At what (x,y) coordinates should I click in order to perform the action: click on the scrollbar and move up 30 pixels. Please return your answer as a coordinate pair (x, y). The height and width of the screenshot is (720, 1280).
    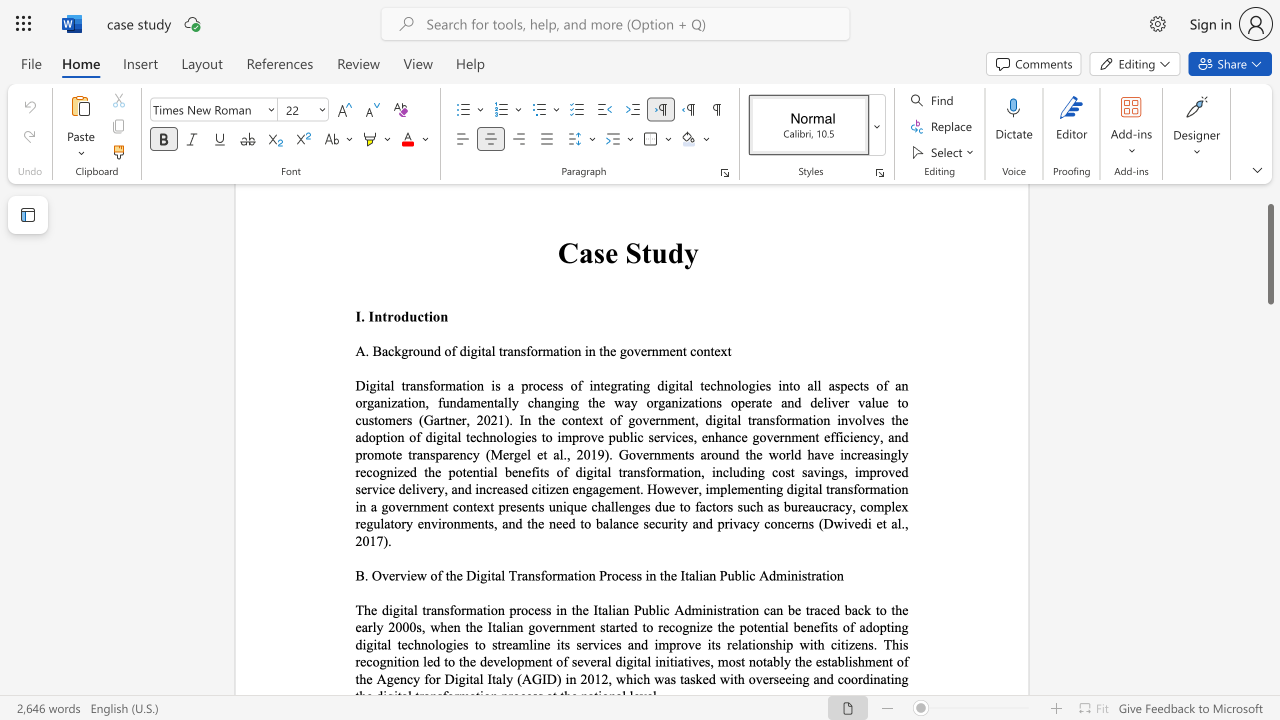
    Looking at the image, I should click on (1269, 253).